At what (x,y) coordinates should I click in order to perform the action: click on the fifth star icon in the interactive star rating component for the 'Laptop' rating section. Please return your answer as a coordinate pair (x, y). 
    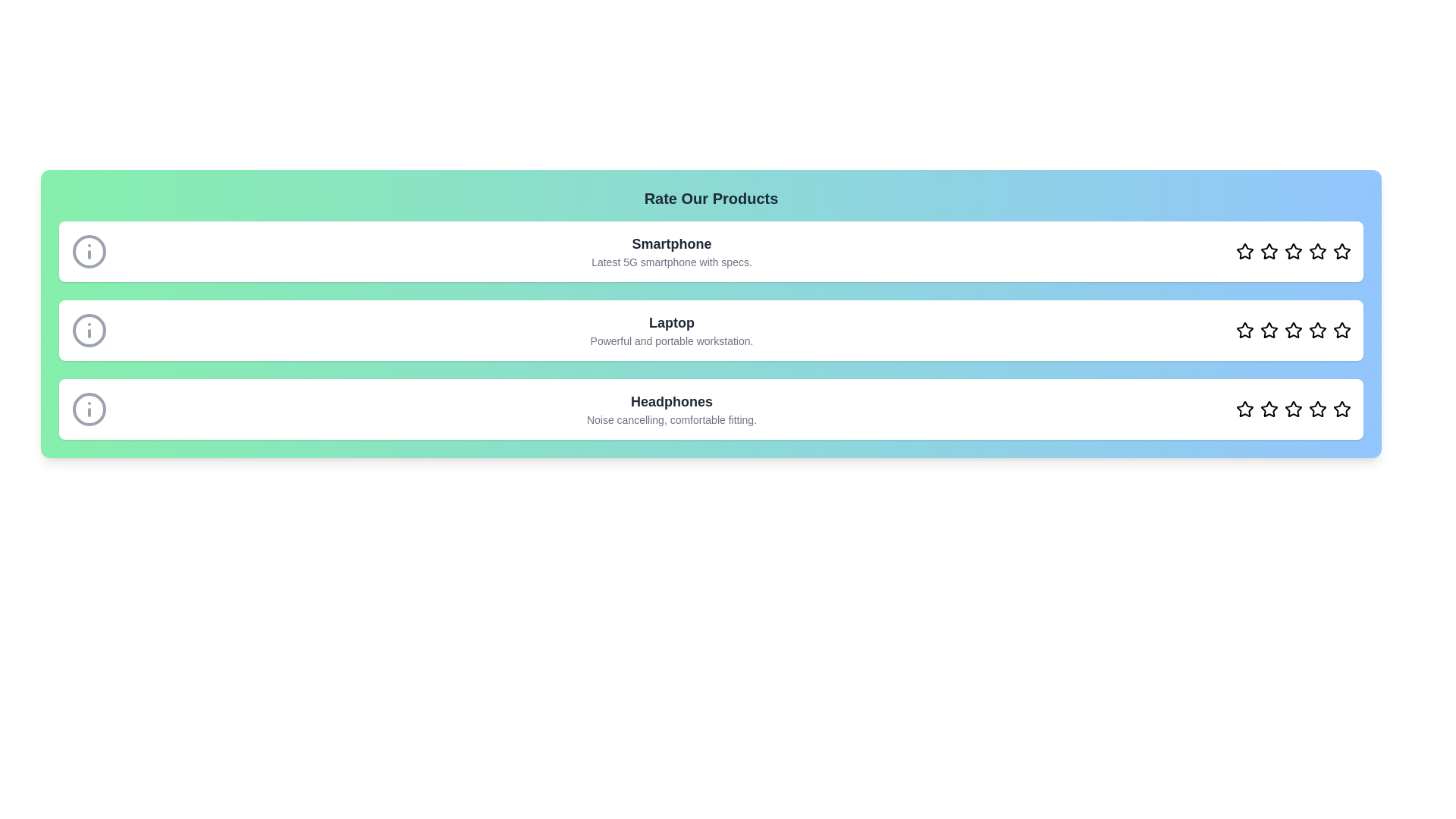
    Looking at the image, I should click on (1316, 329).